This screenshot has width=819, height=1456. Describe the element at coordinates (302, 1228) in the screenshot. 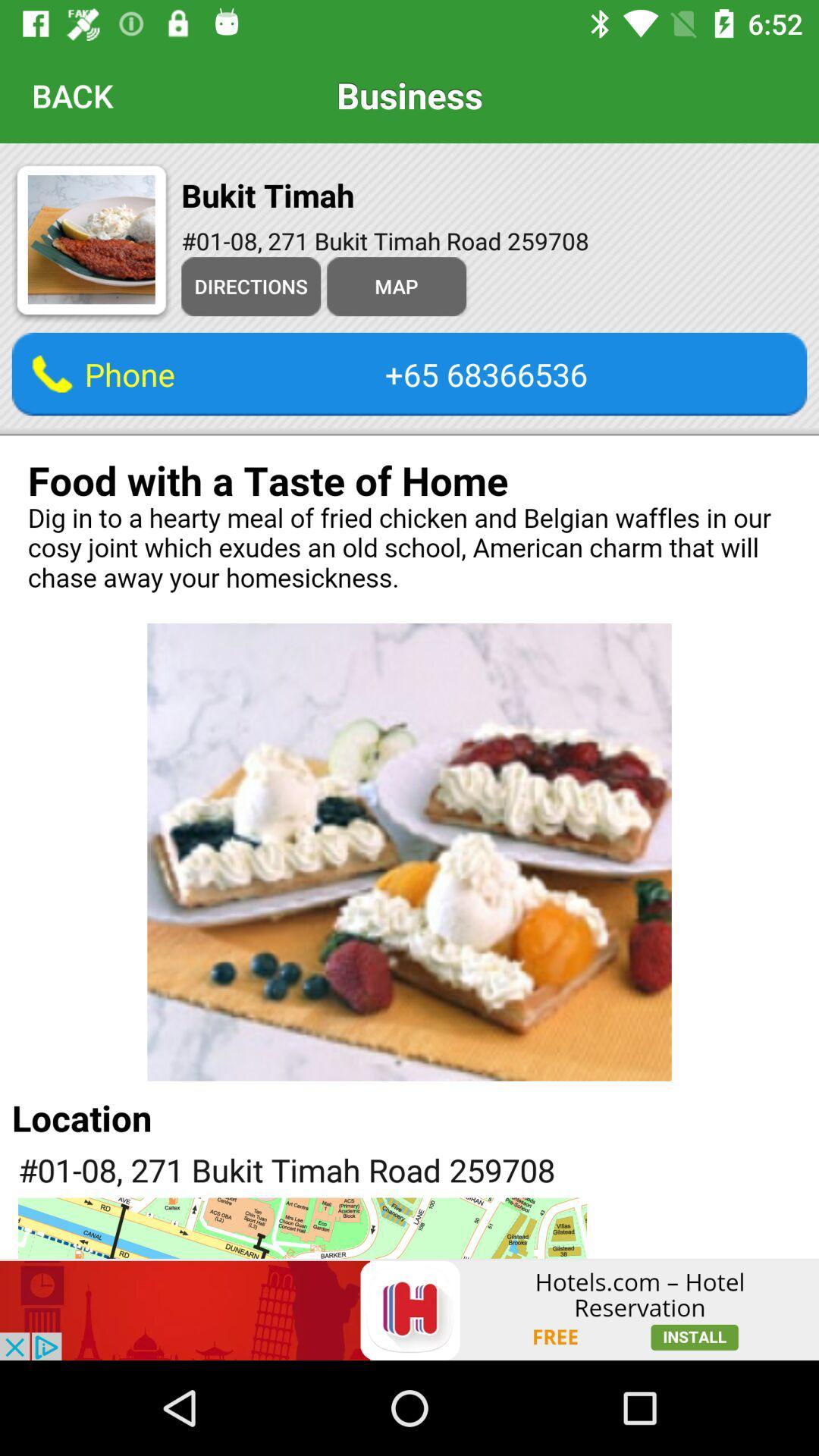

I see `the image which is below the location` at that location.